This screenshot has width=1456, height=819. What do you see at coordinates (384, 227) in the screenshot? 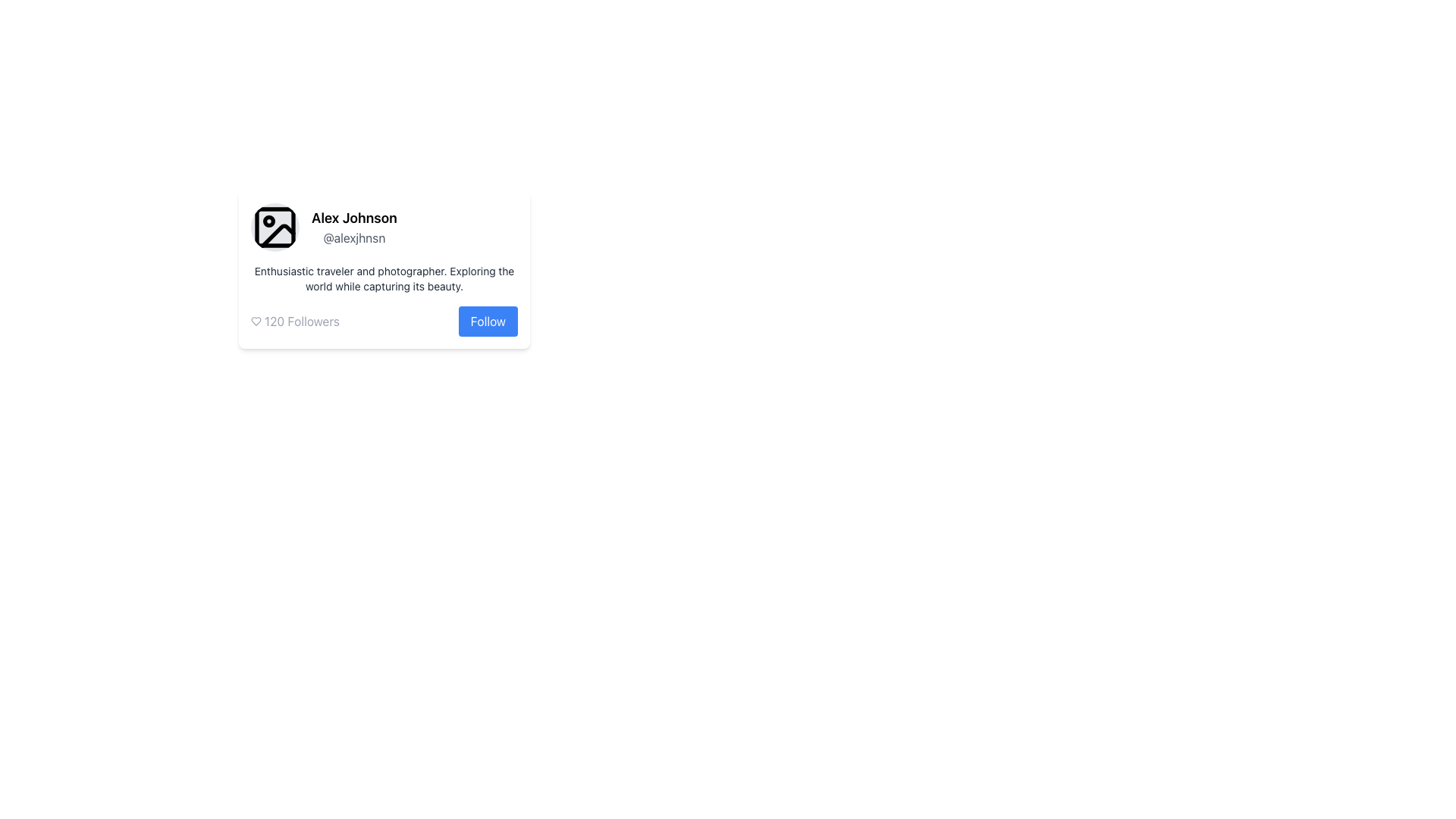
I see `the username '@alexjhnsn' in the User Profile Component to copy it` at bounding box center [384, 227].